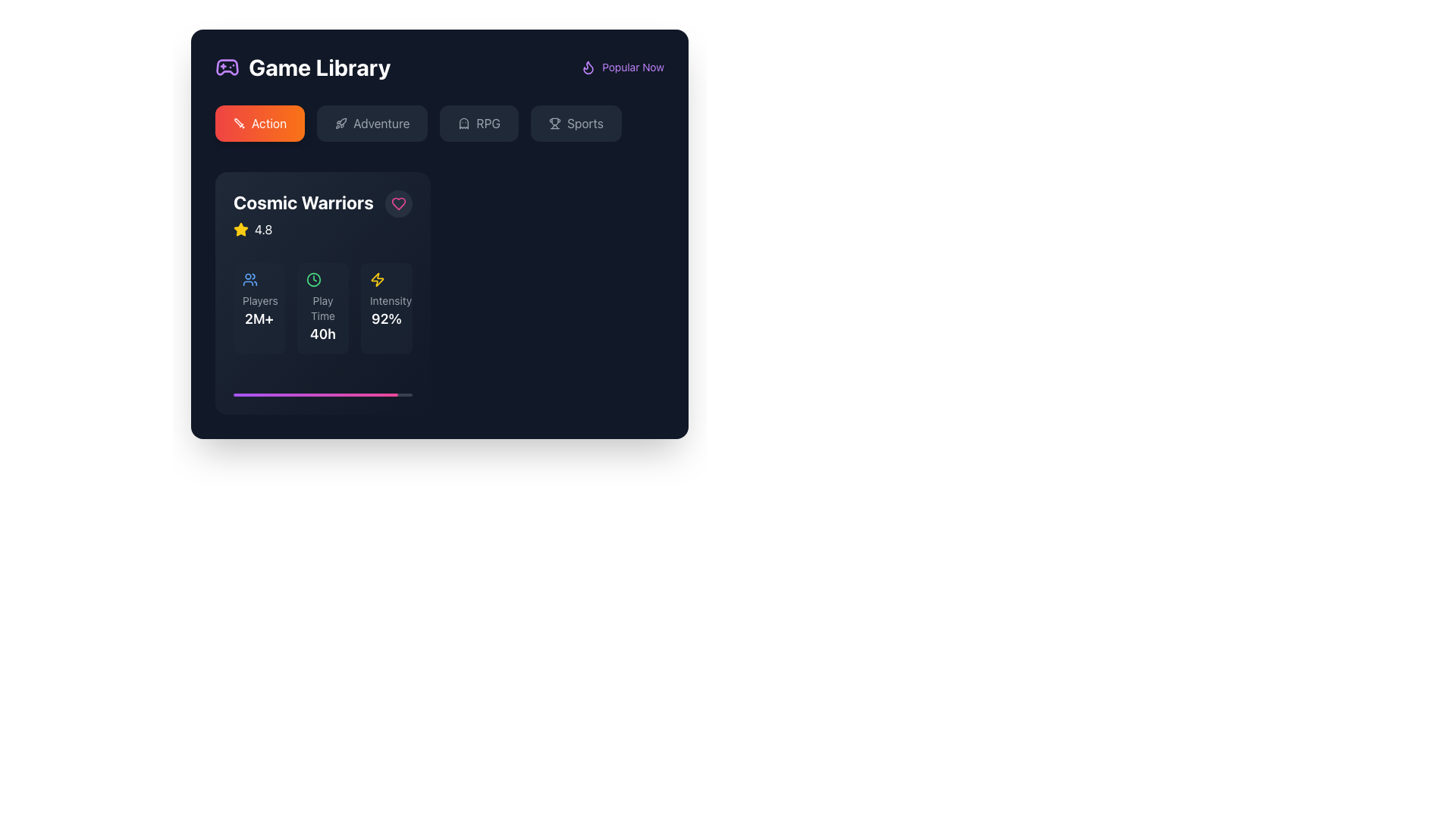  Describe the element at coordinates (259, 301) in the screenshot. I see `the 'Players' text label displayed in light gray color, which is positioned above the numeric value '2M+' in a dark gray rounded box` at that location.